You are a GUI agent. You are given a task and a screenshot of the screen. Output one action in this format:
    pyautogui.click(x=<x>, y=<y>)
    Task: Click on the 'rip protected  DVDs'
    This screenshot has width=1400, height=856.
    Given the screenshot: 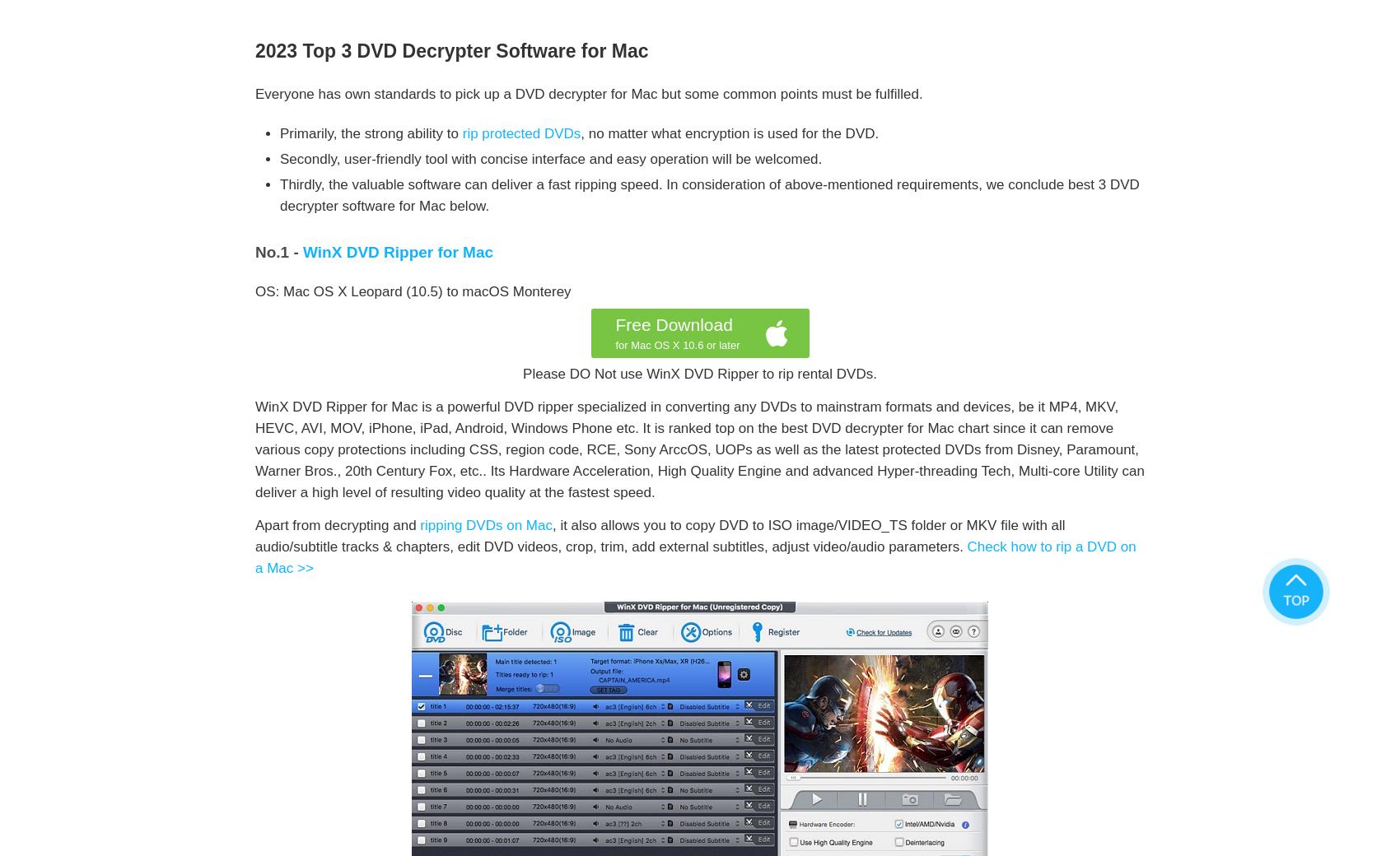 What is the action you would take?
    pyautogui.click(x=520, y=133)
    